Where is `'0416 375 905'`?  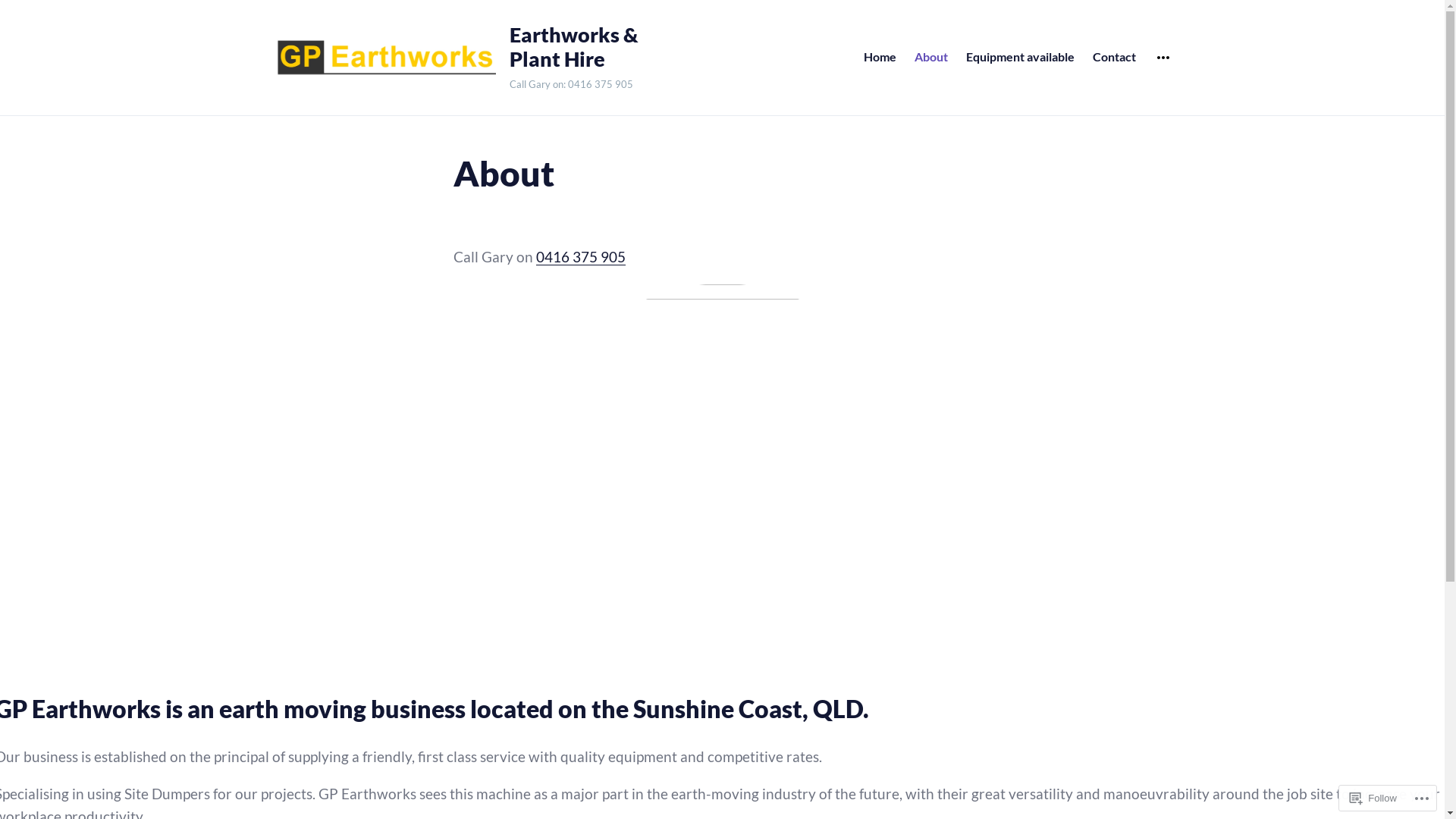 '0416 375 905' is located at coordinates (579, 256).